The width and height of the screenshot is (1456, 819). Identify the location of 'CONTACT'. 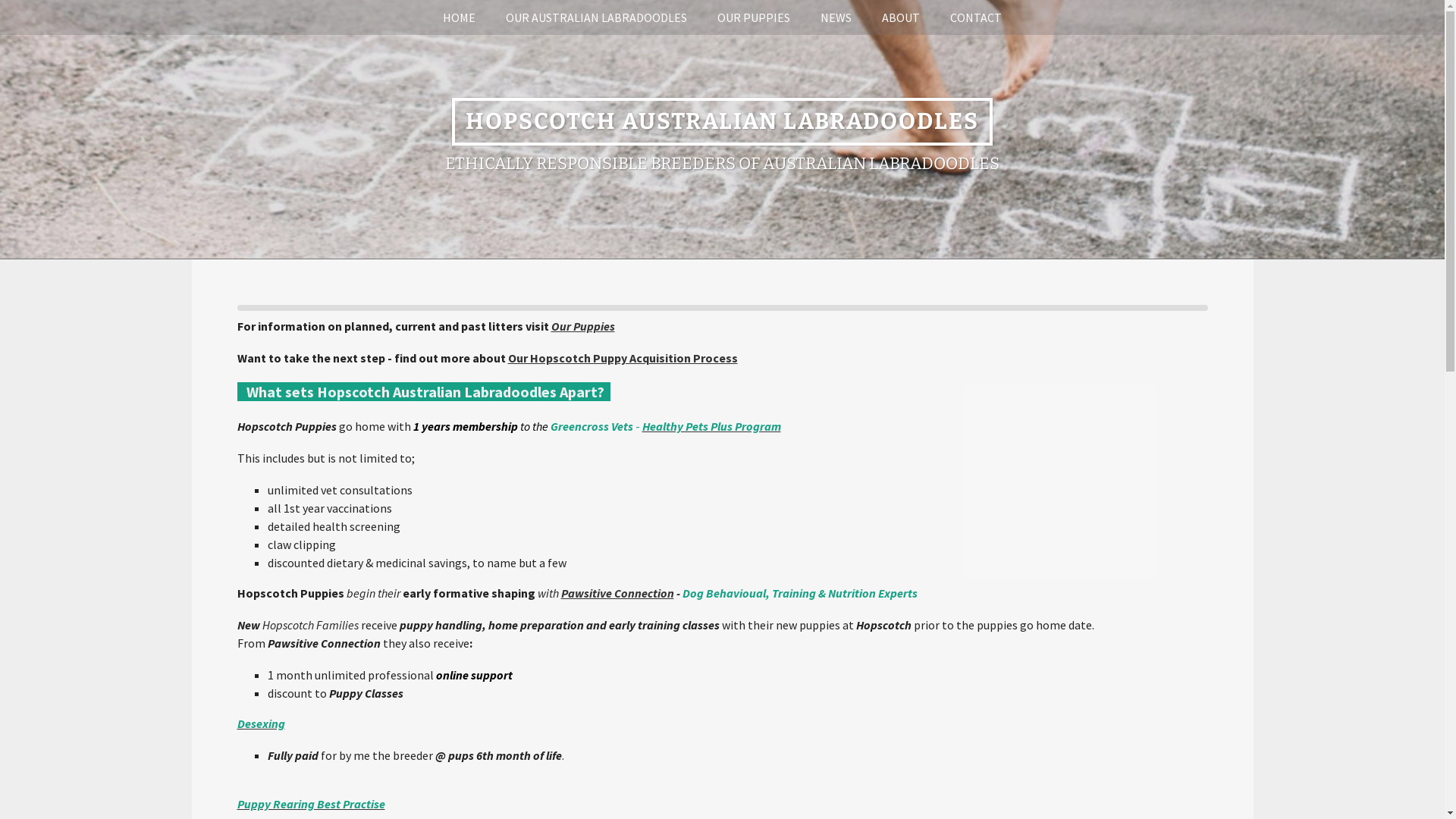
(975, 17).